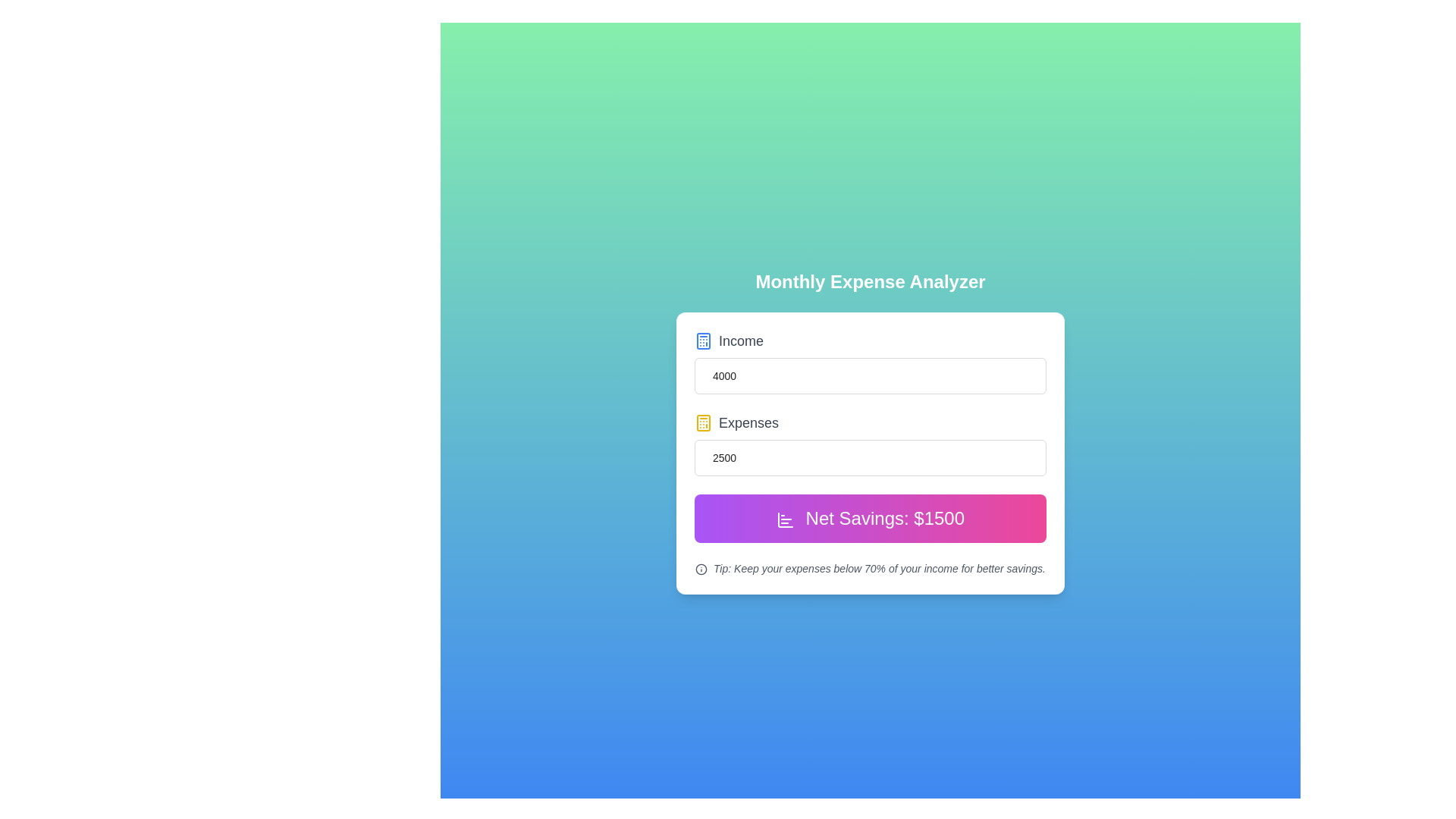 This screenshot has width=1456, height=819. I want to click on the visual appearance of the icon located to the left of the tip text 'Tip: Keep your expenses below 70% of your income for better savings.' in the bottom section of the content box, so click(701, 570).